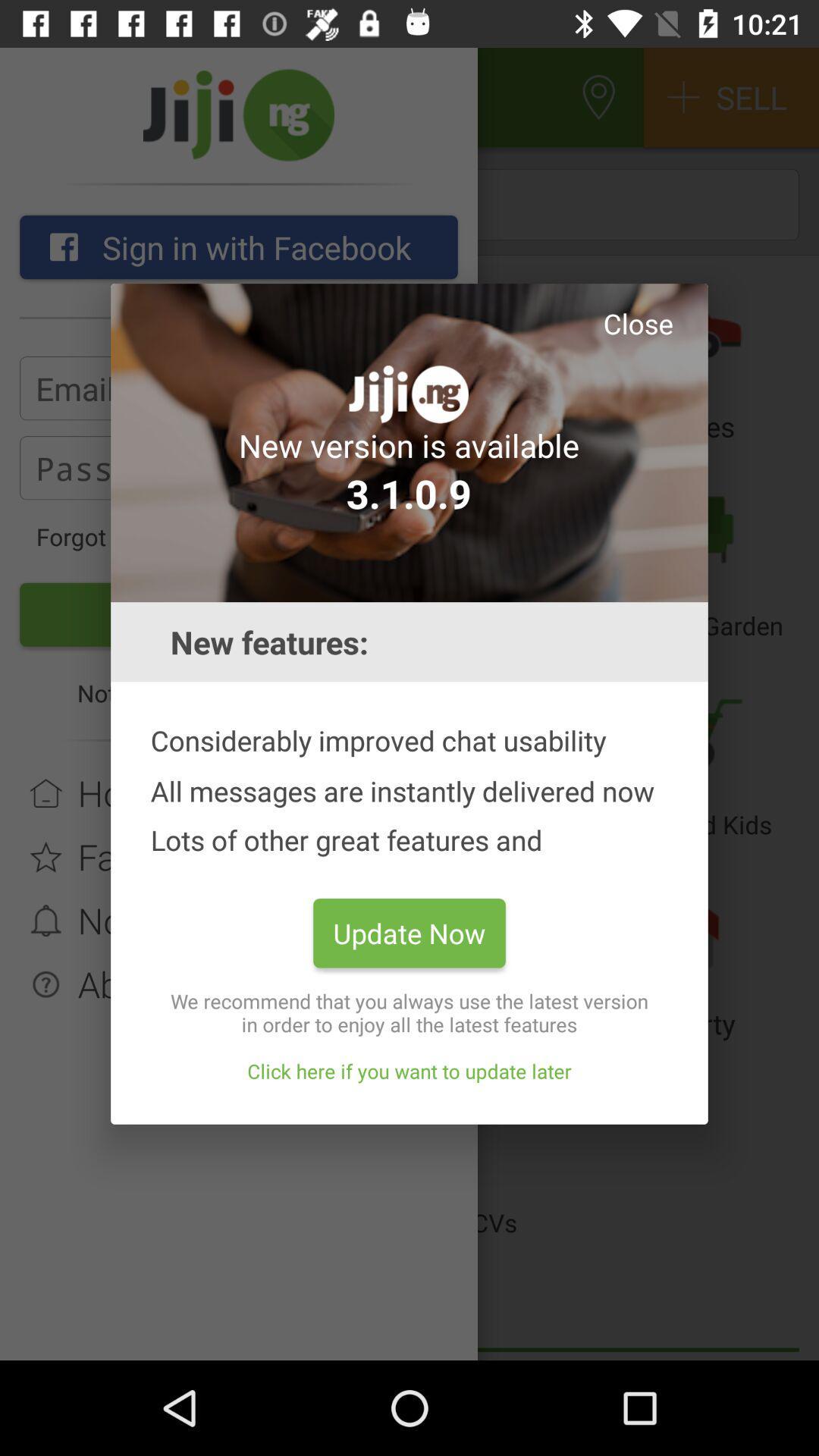  I want to click on app above we recommend that item, so click(409, 932).